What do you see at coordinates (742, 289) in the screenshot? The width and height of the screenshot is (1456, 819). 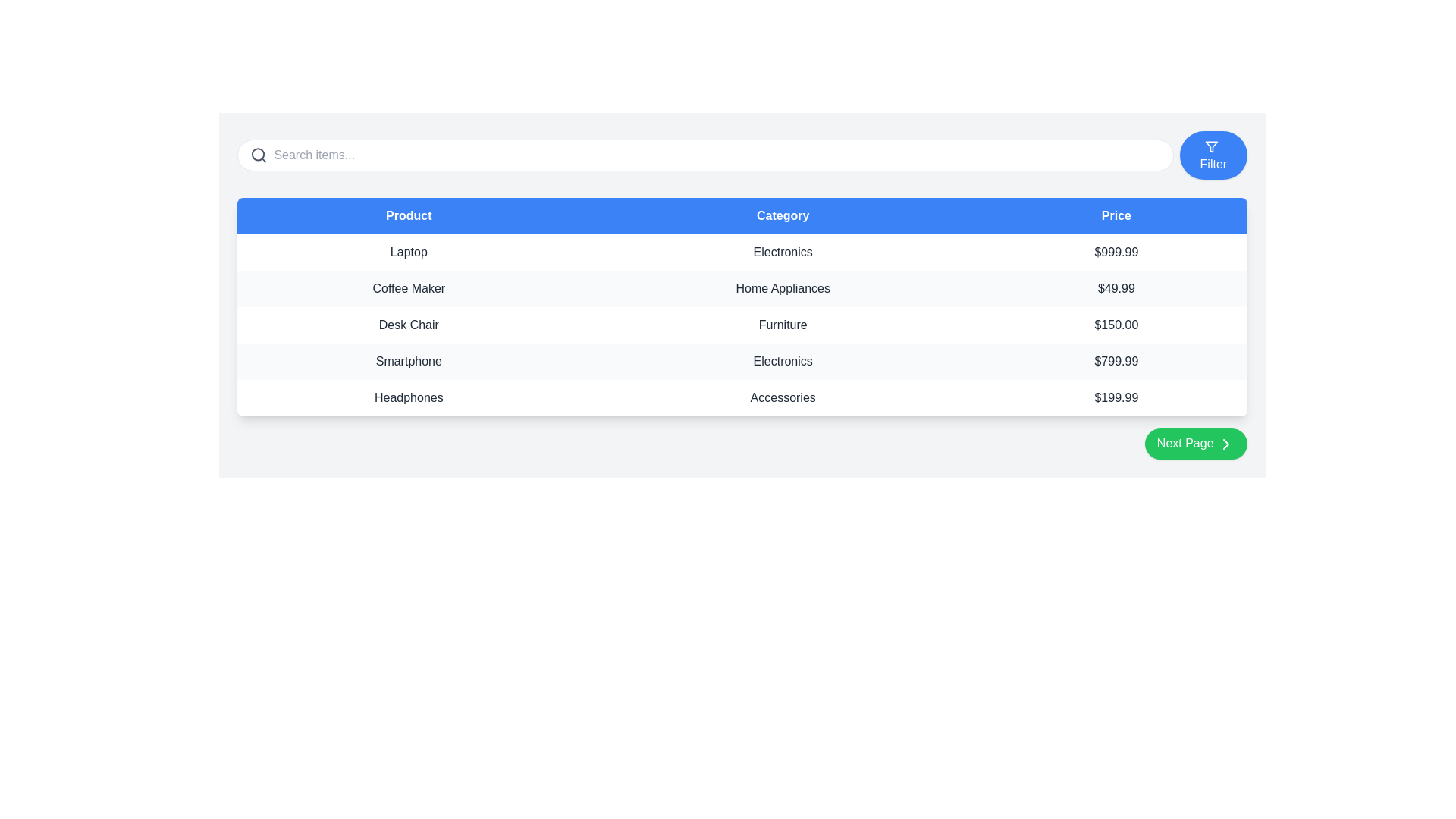 I see `the second row in the table containing 'Coffee Maker', 'Home Appliances', and '$49.99'` at bounding box center [742, 289].